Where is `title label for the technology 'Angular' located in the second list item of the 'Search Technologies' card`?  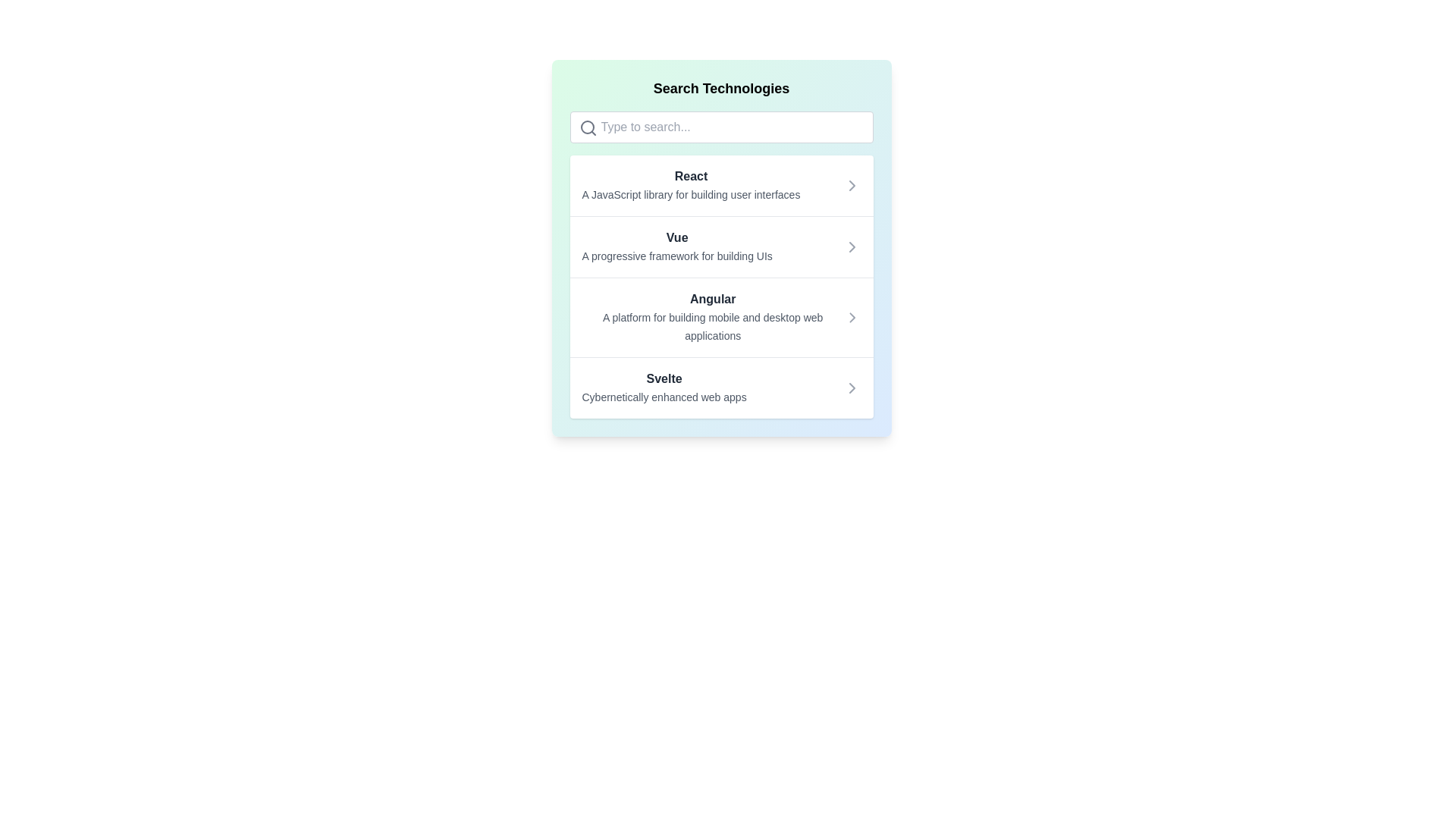 title label for the technology 'Angular' located in the second list item of the 'Search Technologies' card is located at coordinates (712, 299).